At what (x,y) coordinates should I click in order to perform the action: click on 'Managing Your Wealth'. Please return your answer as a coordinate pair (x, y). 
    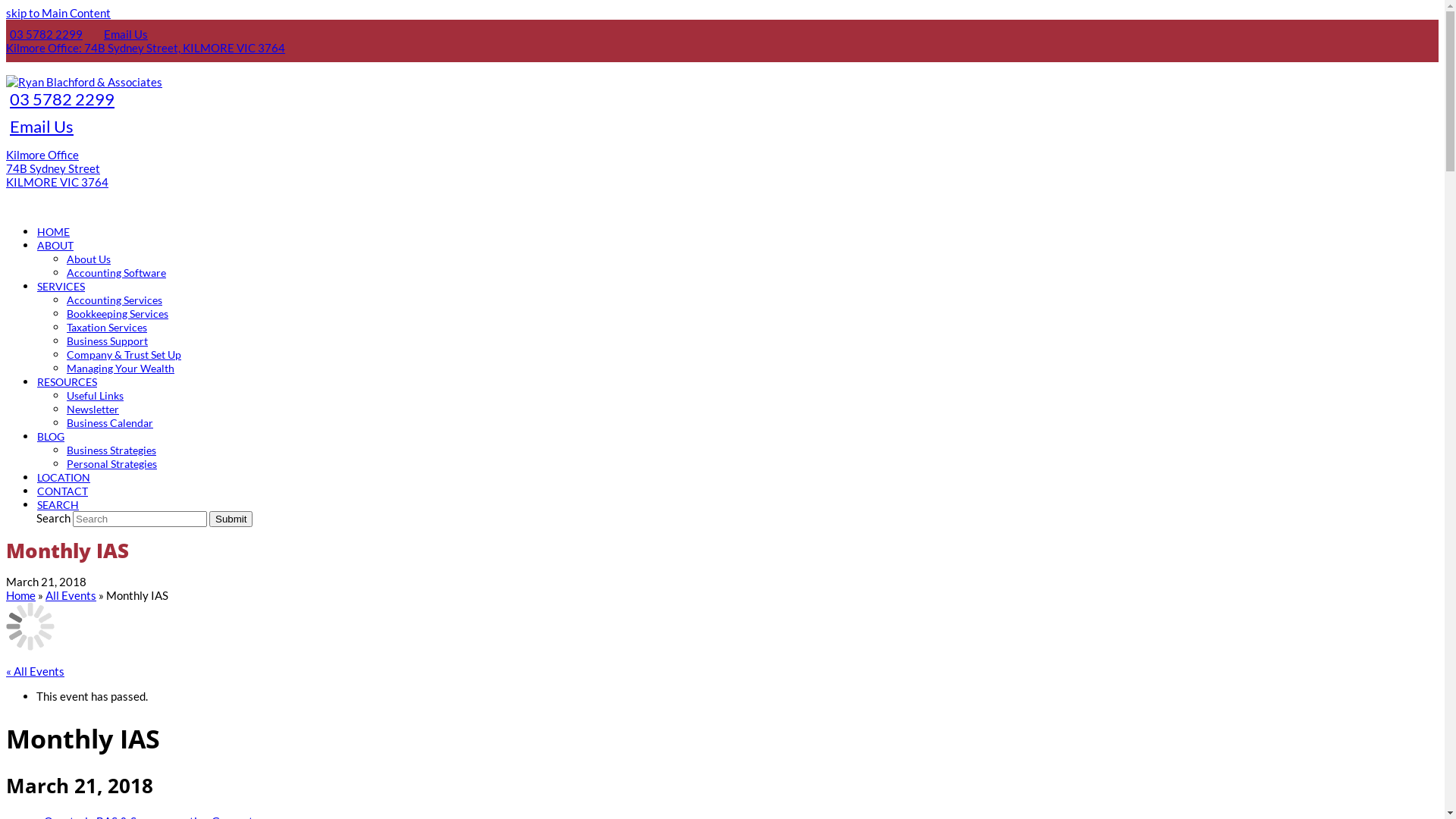
    Looking at the image, I should click on (119, 368).